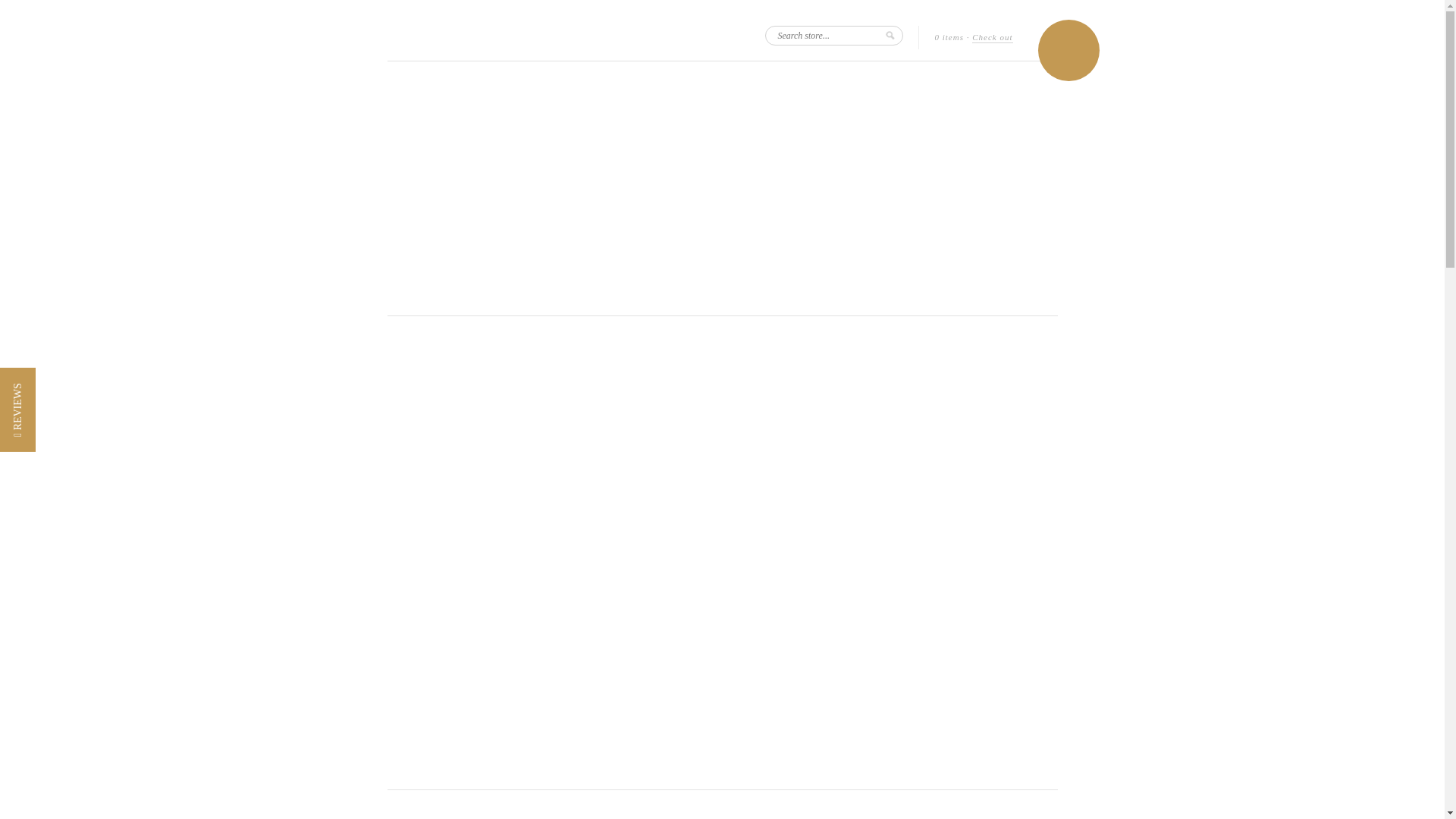  Describe the element at coordinates (948, 36) in the screenshot. I see `'0 items'` at that location.